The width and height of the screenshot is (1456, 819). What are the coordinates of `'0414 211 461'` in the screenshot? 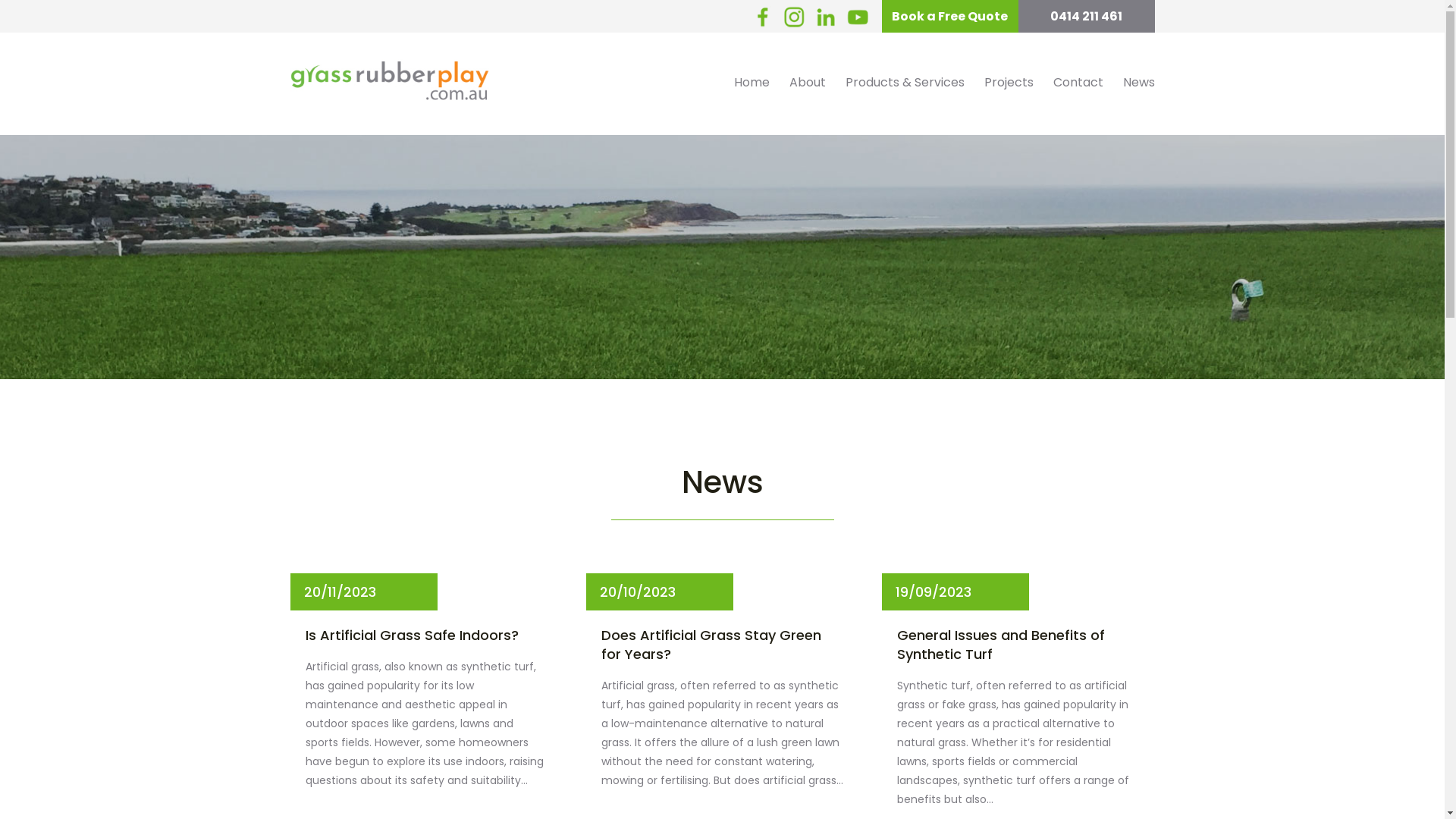 It's located at (1084, 16).